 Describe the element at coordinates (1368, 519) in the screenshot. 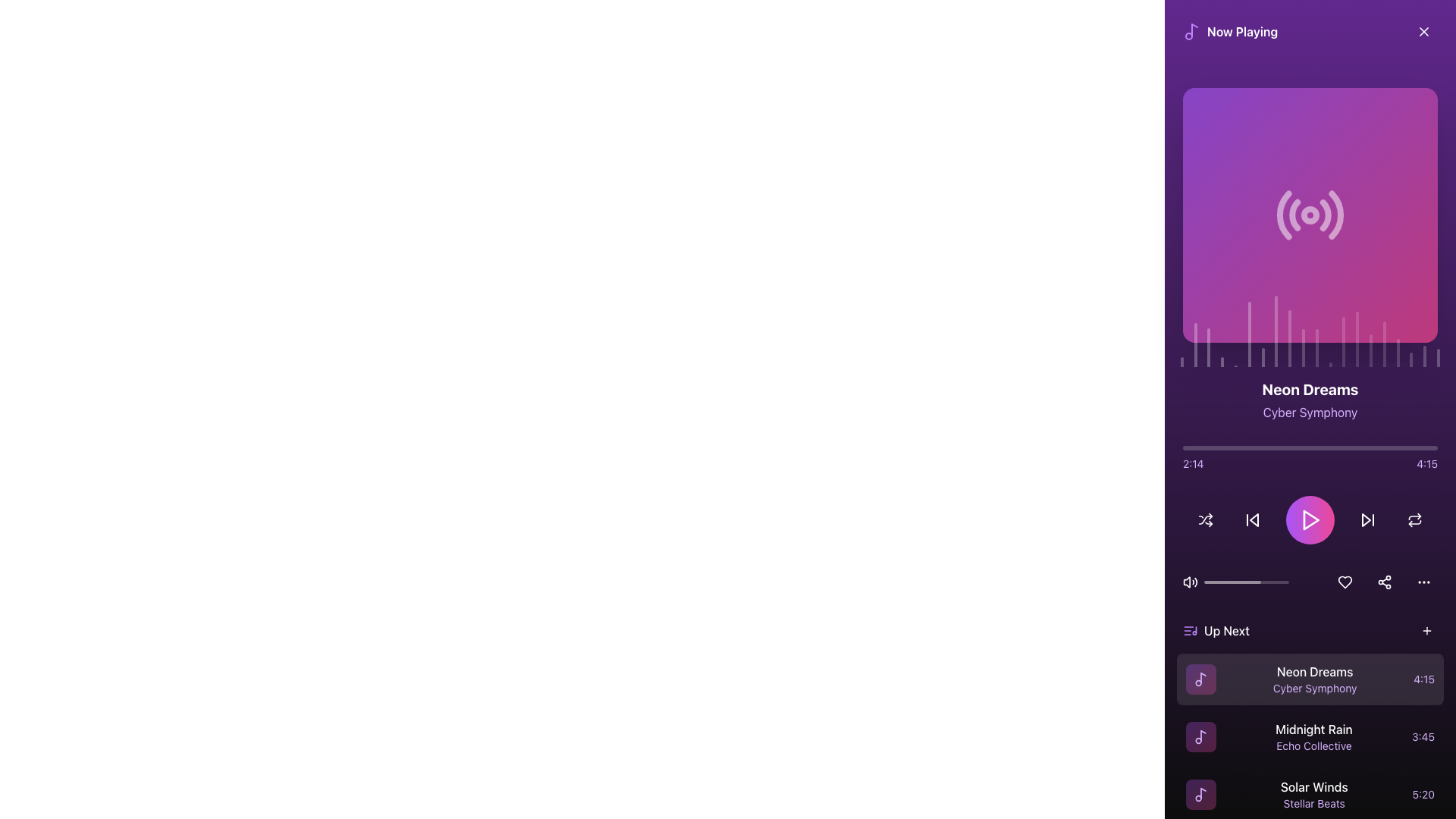

I see `the 'Skip Forward' button, which is the rightmost graphical button represented by an SVG icon in the bottom controls section of the media player interface` at that location.